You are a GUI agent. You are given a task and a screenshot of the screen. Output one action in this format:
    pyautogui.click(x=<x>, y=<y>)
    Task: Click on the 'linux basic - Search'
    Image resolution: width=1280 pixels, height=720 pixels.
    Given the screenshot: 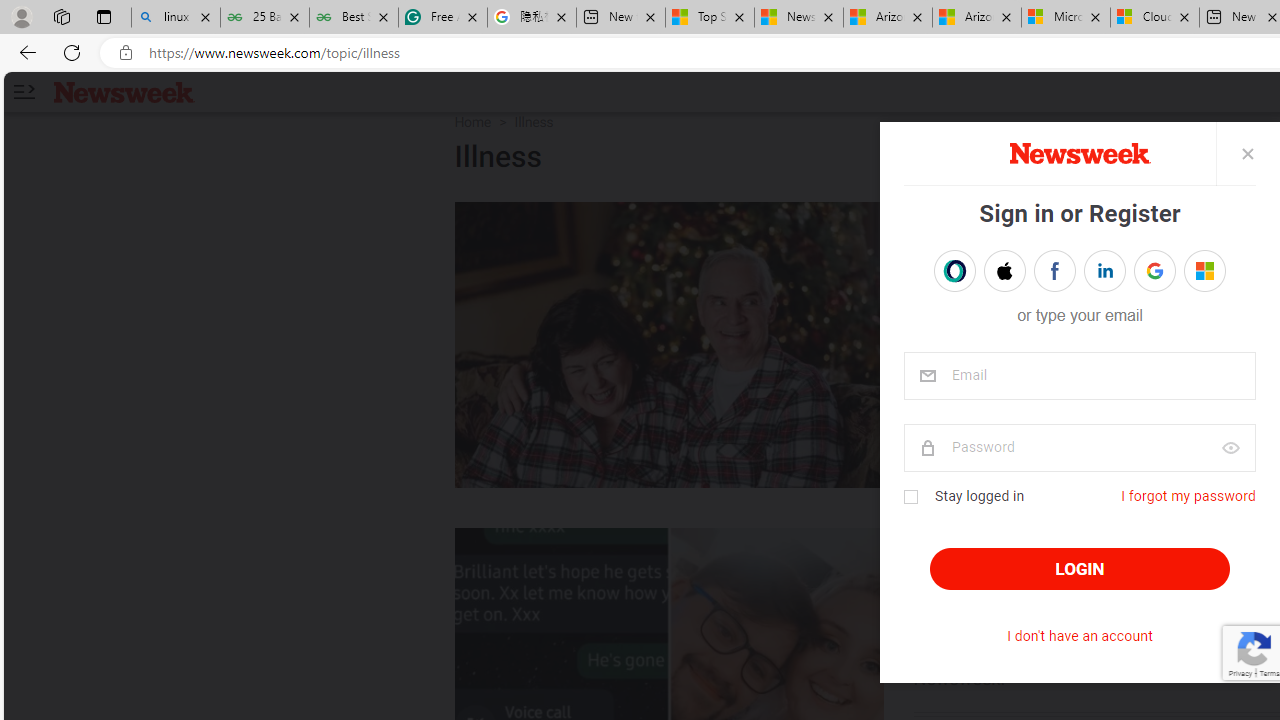 What is the action you would take?
    pyautogui.click(x=176, y=17)
    